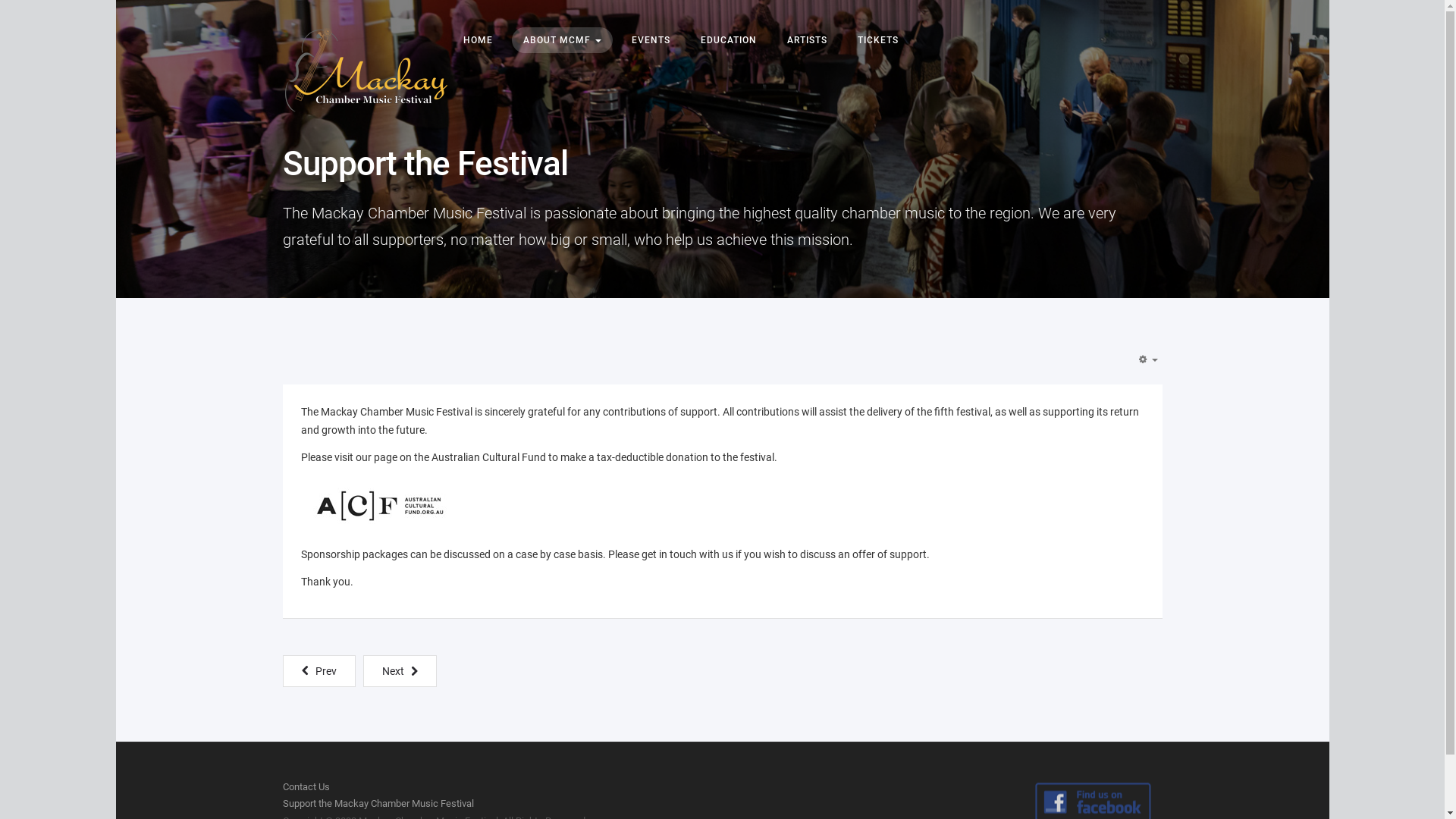 This screenshot has width=1456, height=819. Describe the element at coordinates (399, 670) in the screenshot. I see `'Next'` at that location.